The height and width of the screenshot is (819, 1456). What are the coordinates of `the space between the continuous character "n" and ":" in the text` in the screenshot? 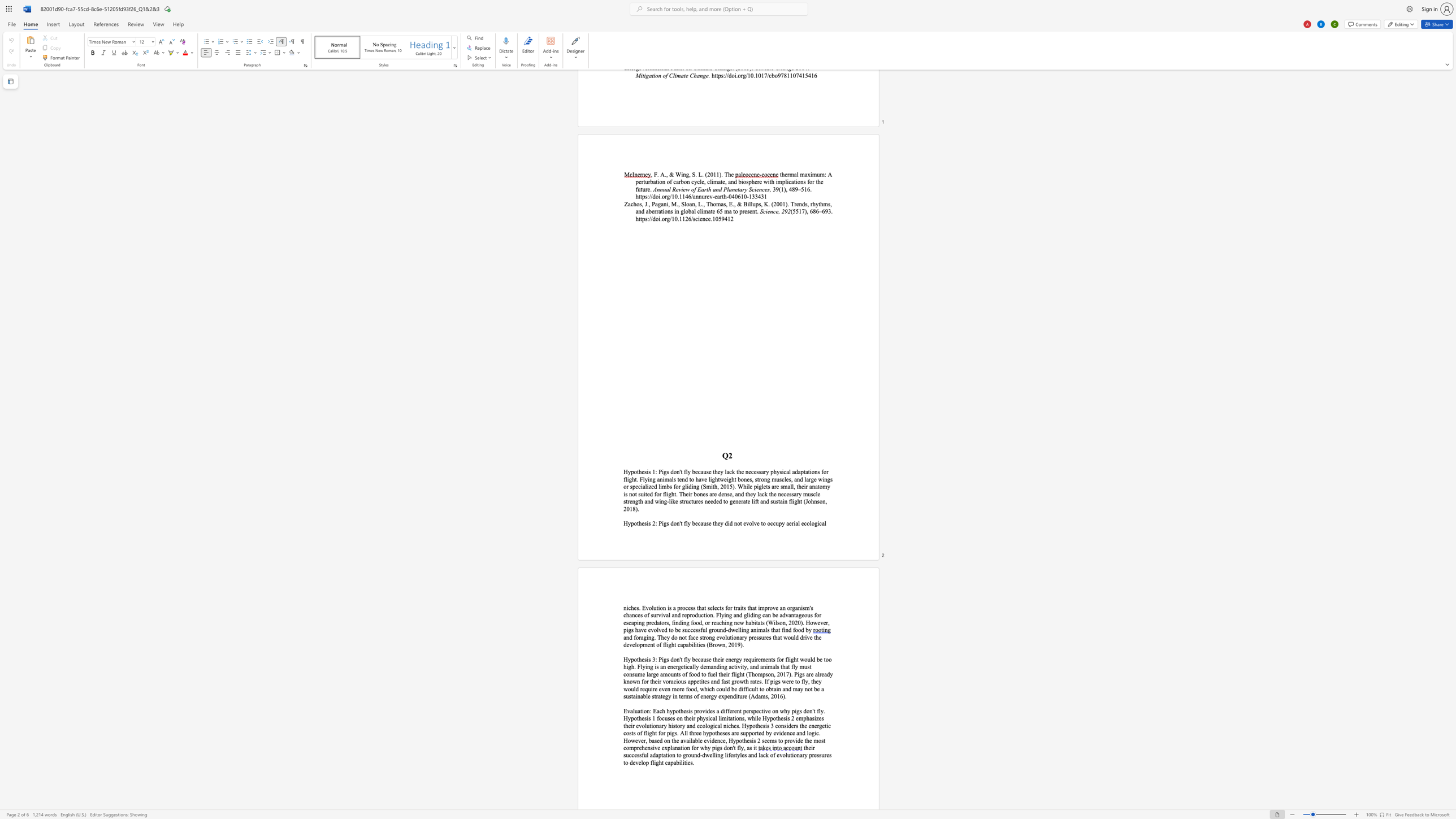 It's located at (649, 710).